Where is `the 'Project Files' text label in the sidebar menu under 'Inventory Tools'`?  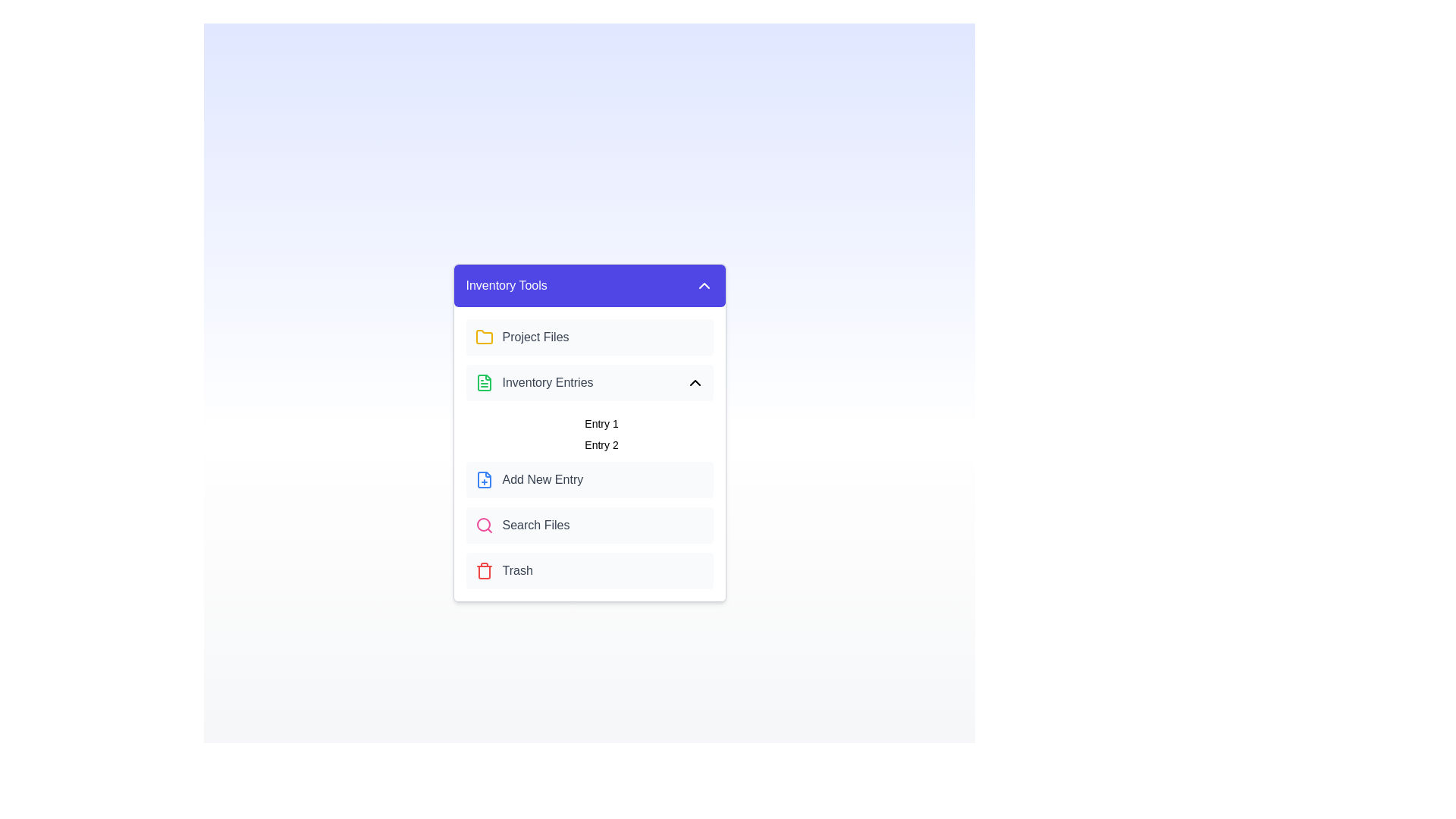 the 'Project Files' text label in the sidebar menu under 'Inventory Tools' is located at coordinates (535, 336).